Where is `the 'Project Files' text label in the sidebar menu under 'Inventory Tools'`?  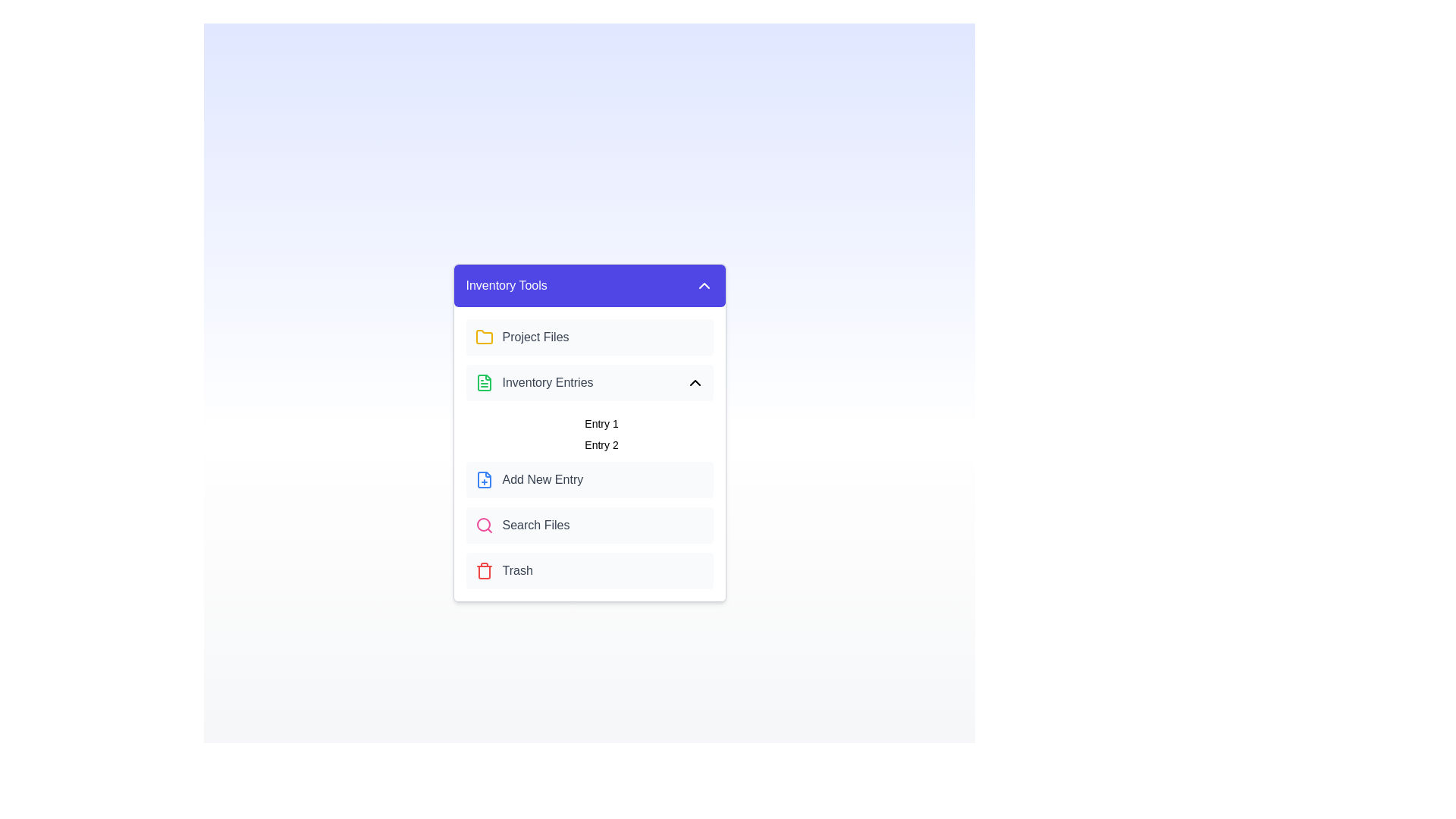 the 'Project Files' text label in the sidebar menu under 'Inventory Tools' is located at coordinates (535, 336).